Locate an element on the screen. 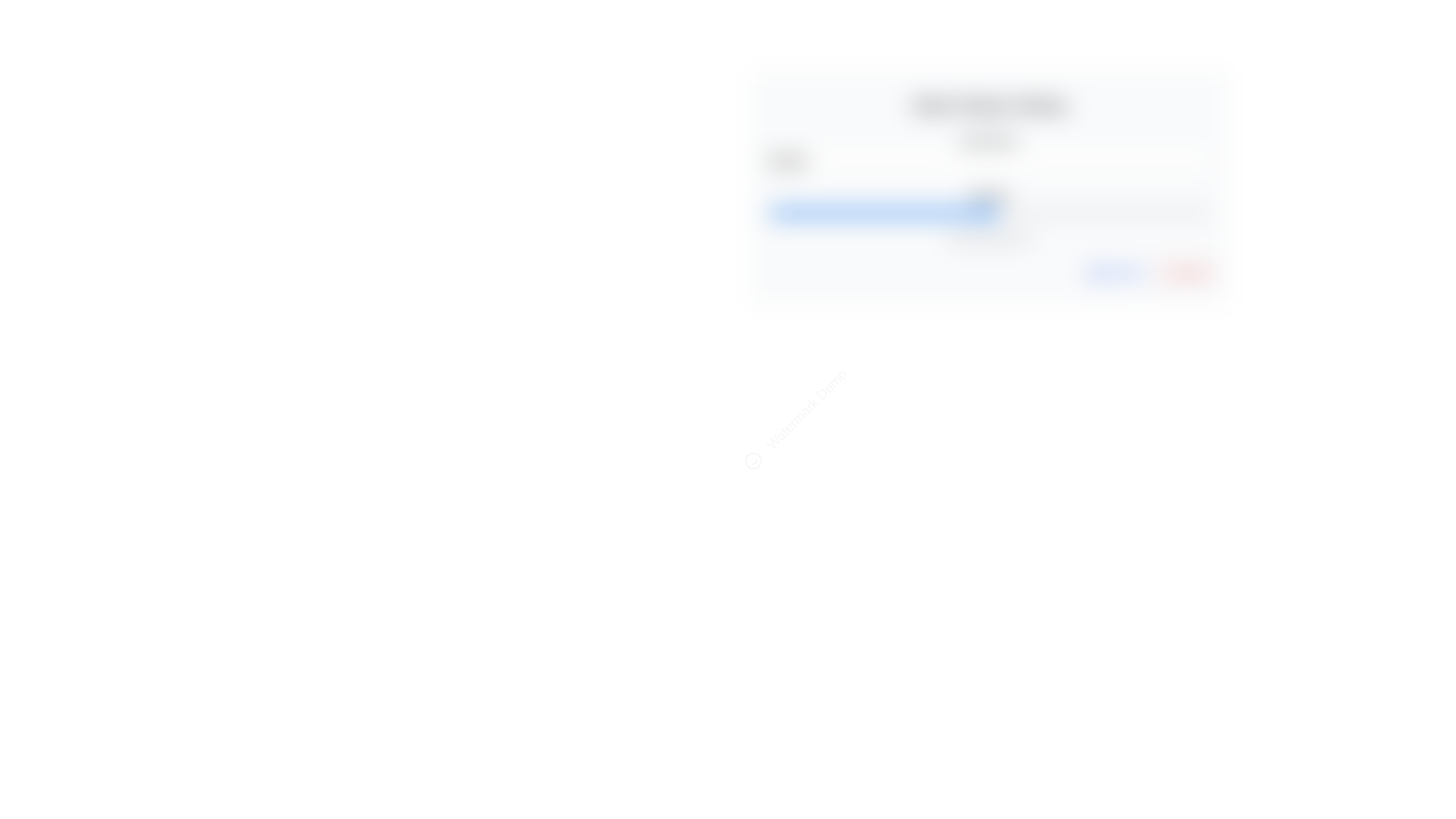 The height and width of the screenshot is (819, 1456). intensity is located at coordinates (910, 213).